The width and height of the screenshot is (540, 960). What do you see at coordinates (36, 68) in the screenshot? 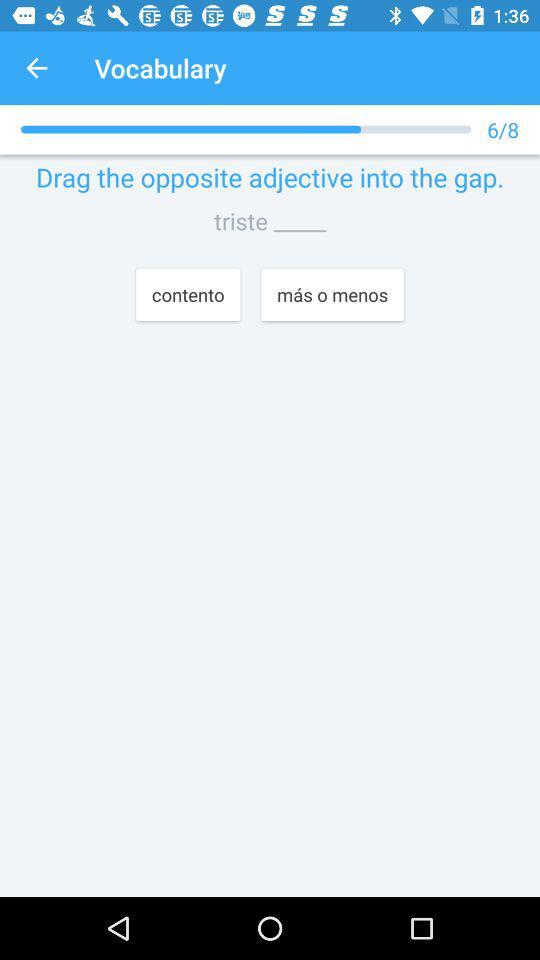
I see `the icon to the left of the vocabulary app` at bounding box center [36, 68].